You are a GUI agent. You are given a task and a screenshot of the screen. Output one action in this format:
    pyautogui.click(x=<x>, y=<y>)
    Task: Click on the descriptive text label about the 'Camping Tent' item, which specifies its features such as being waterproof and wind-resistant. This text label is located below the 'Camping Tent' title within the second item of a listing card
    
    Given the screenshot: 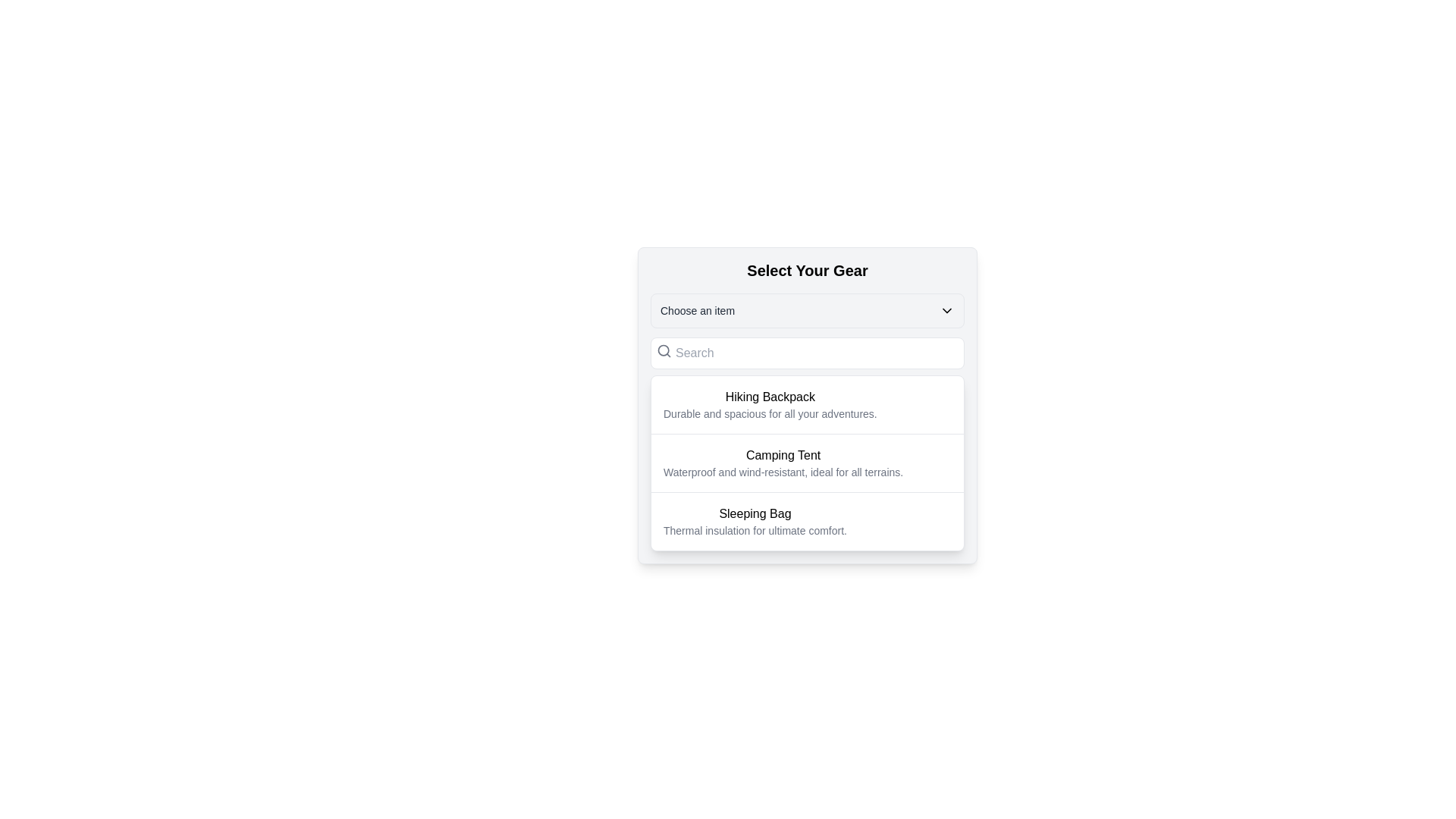 What is the action you would take?
    pyautogui.click(x=783, y=472)
    